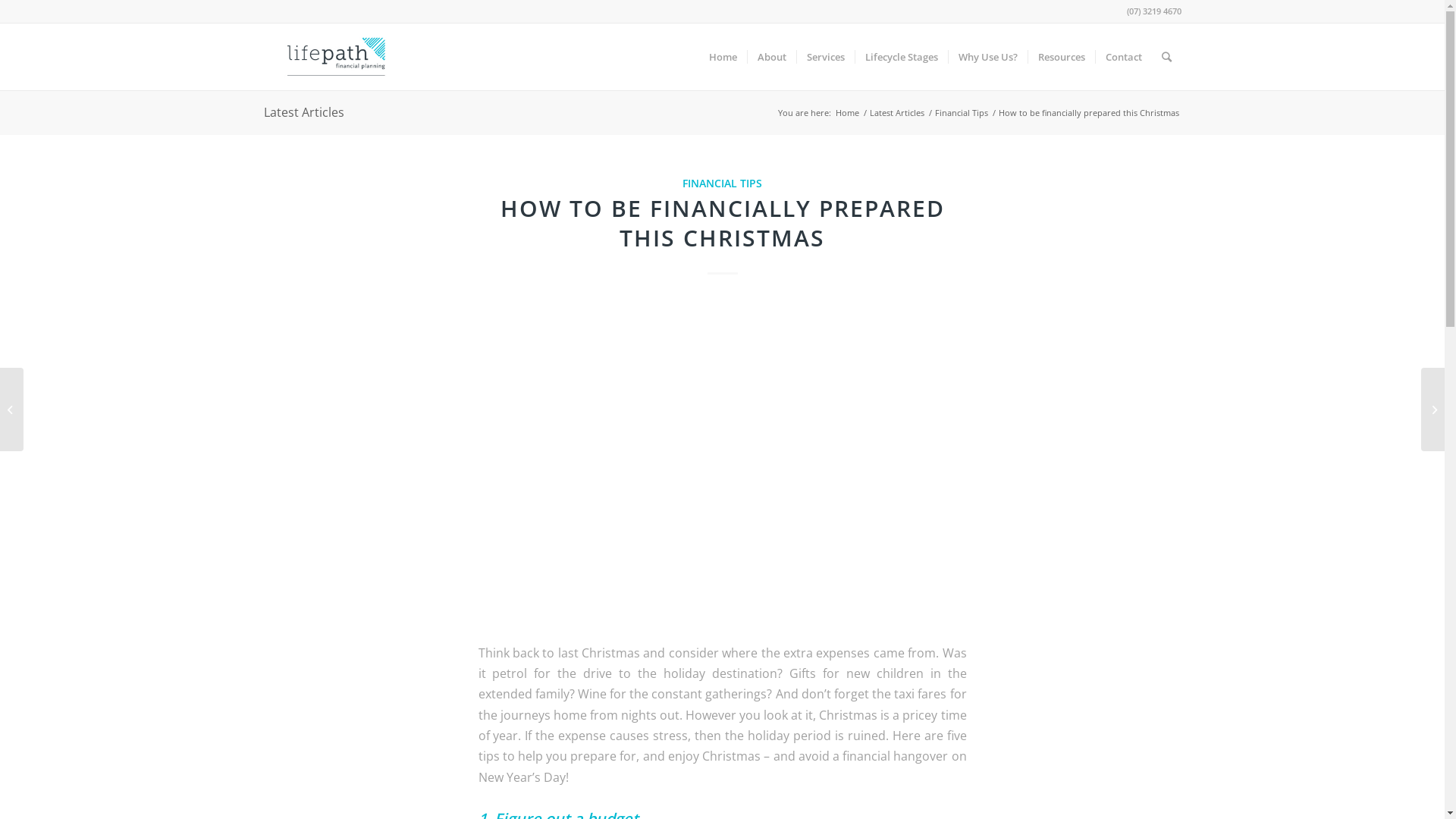 The image size is (1456, 819). I want to click on 'Home', so click(846, 111).